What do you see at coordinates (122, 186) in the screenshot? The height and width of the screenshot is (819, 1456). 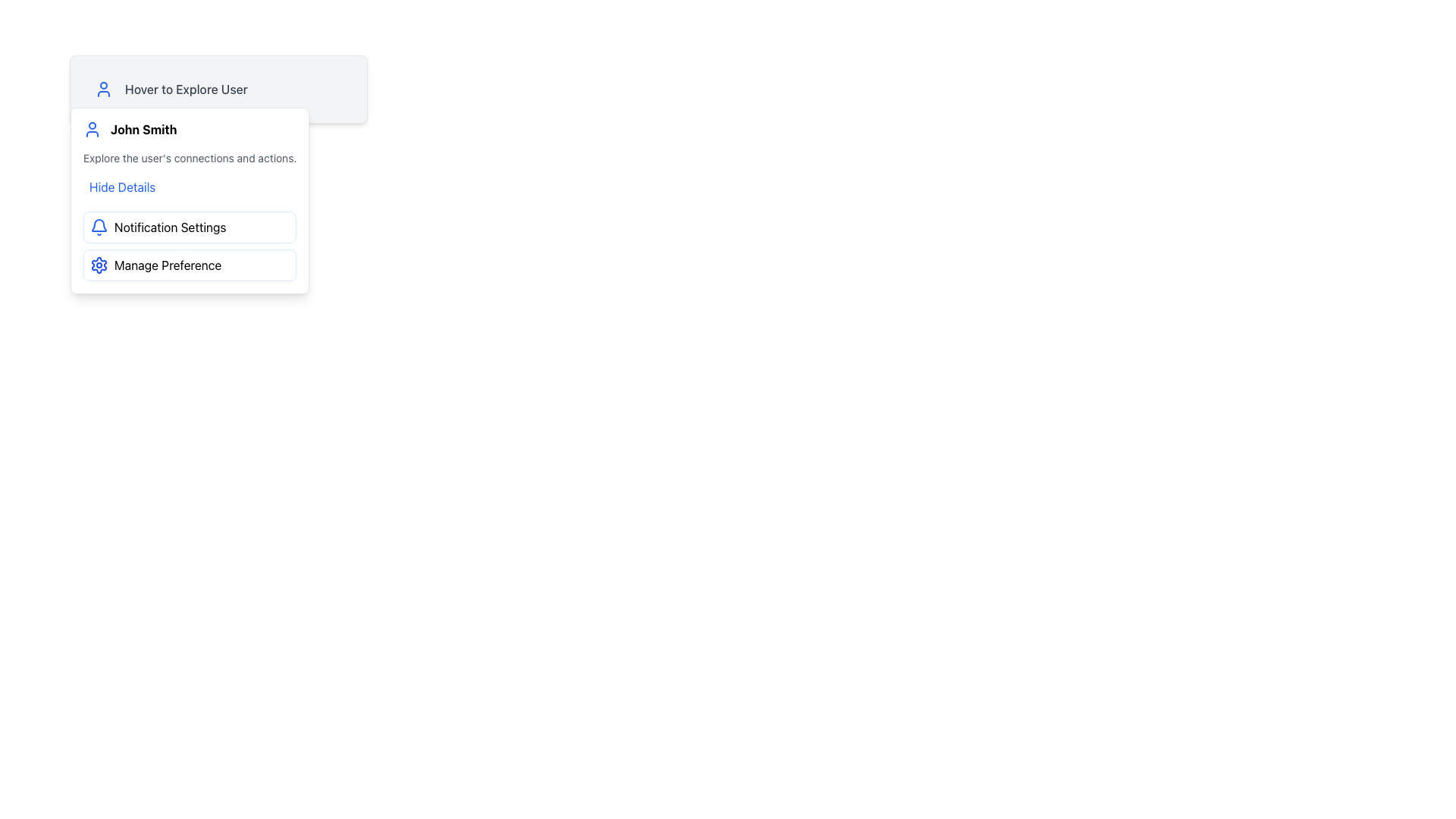 I see `the button located in the dropdown menu under the 'John Smith' heading` at bounding box center [122, 186].